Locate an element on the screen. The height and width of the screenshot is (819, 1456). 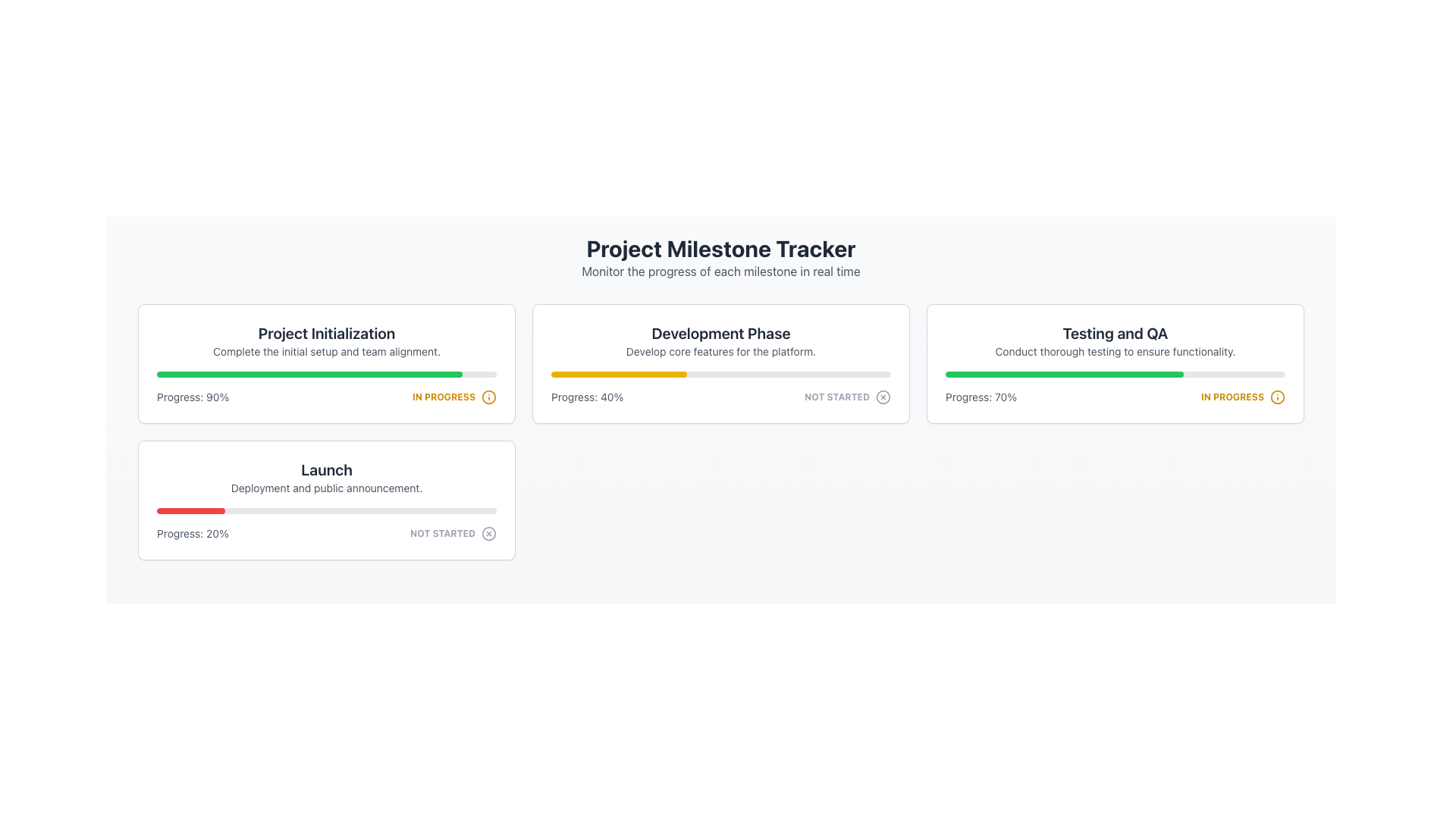
the text label displaying the progress of the 'Launch' task, which shows 20% progress and is located below the progress bar and to the left of the 'Not Started' status indicator is located at coordinates (192, 533).